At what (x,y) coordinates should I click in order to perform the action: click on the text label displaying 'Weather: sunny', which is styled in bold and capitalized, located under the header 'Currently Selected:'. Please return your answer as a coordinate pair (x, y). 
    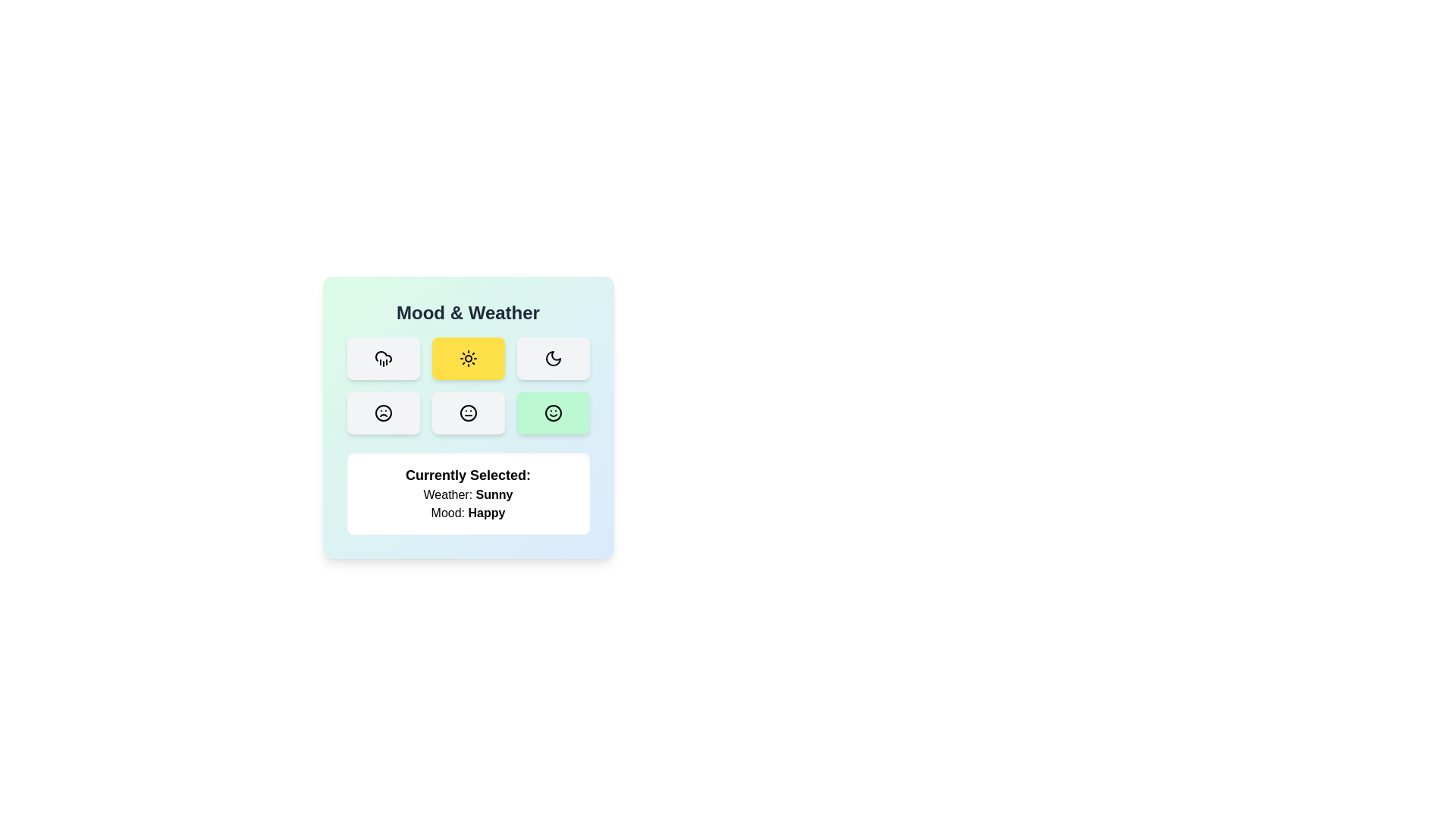
    Looking at the image, I should click on (467, 494).